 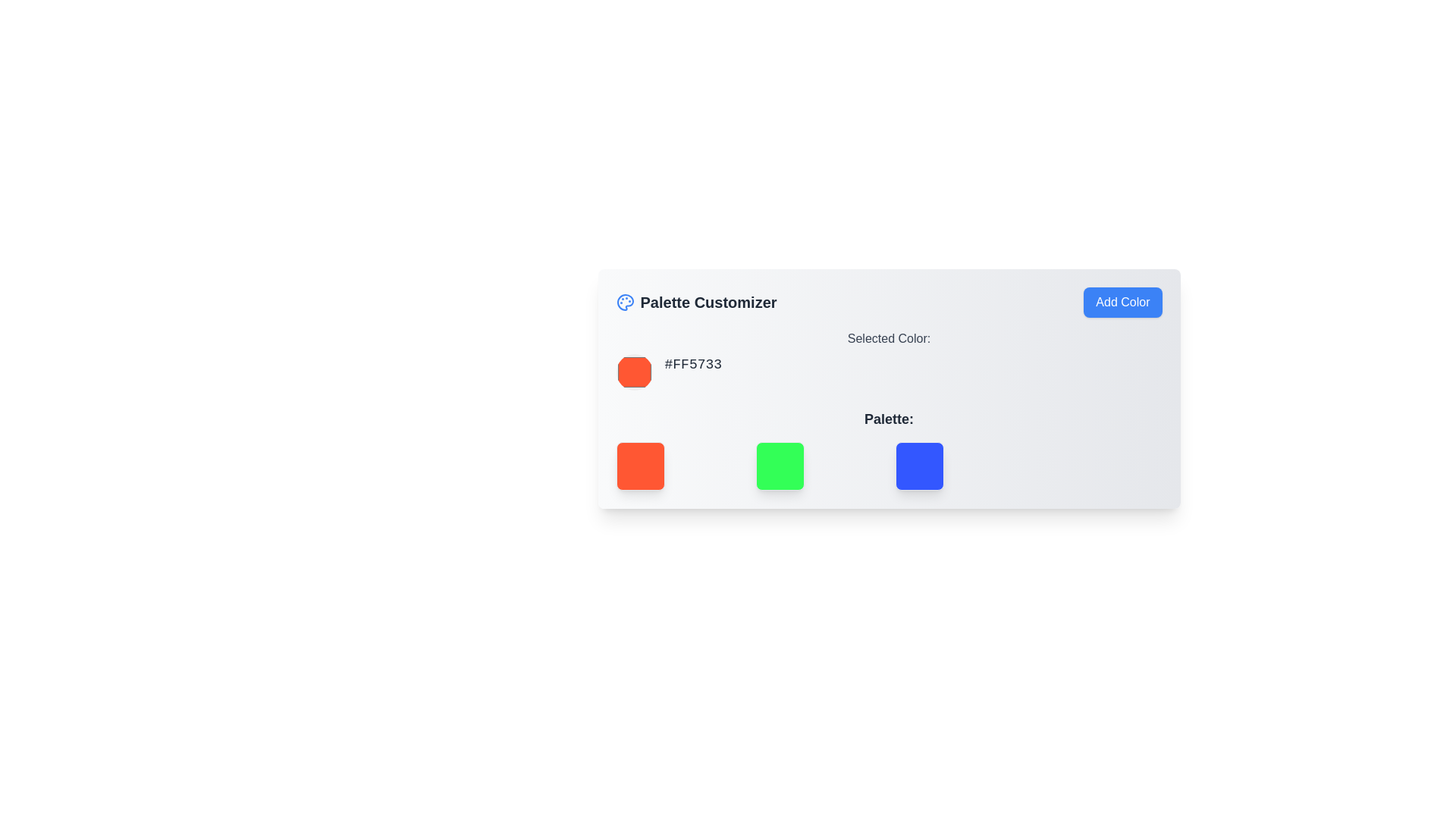 What do you see at coordinates (708, 302) in the screenshot?
I see `the header text displaying 'Palette Customizer', which is styled in bold and dark gray, located at the top-left area of the interface` at bounding box center [708, 302].